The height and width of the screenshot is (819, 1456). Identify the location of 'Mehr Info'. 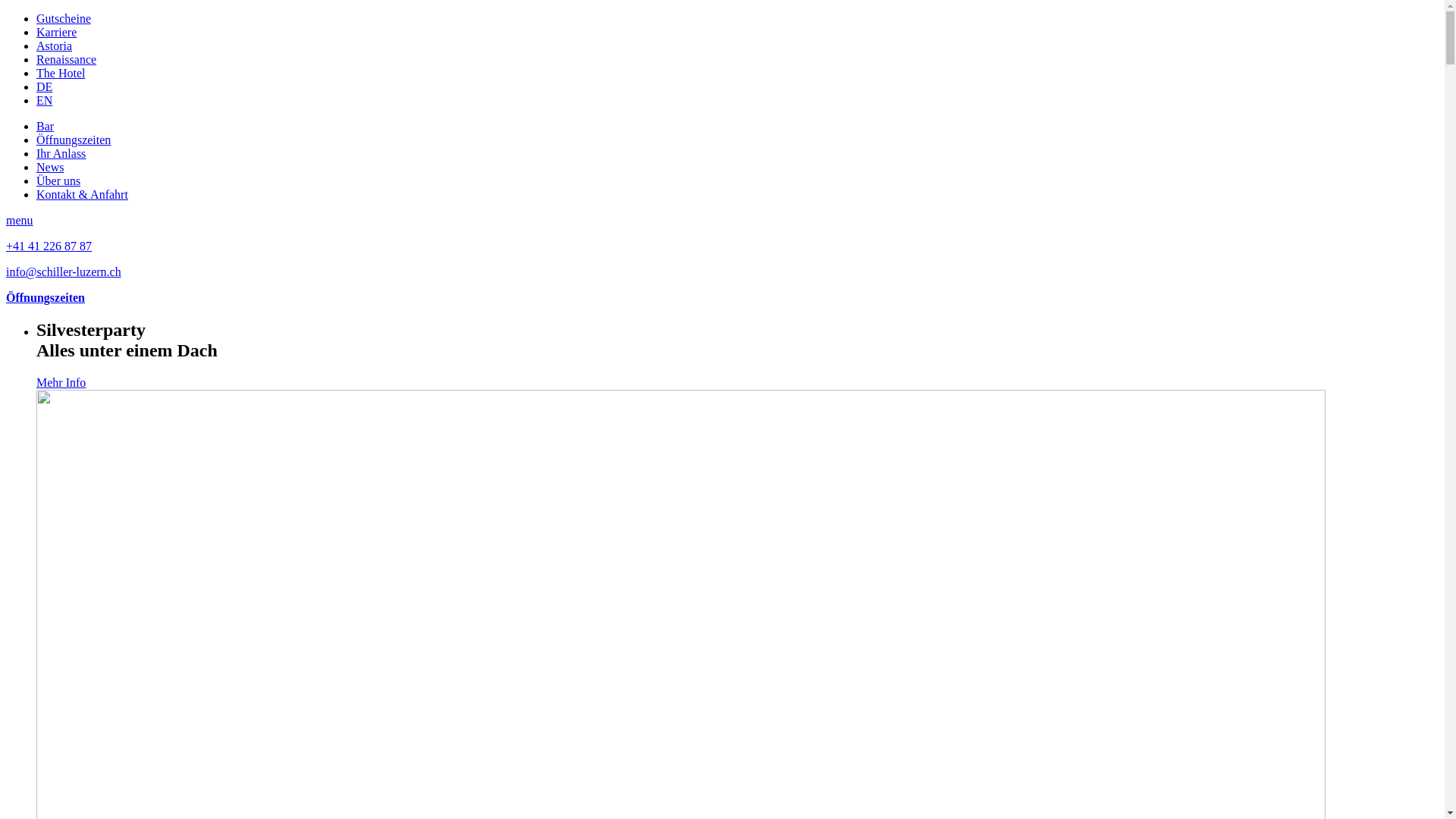
(36, 381).